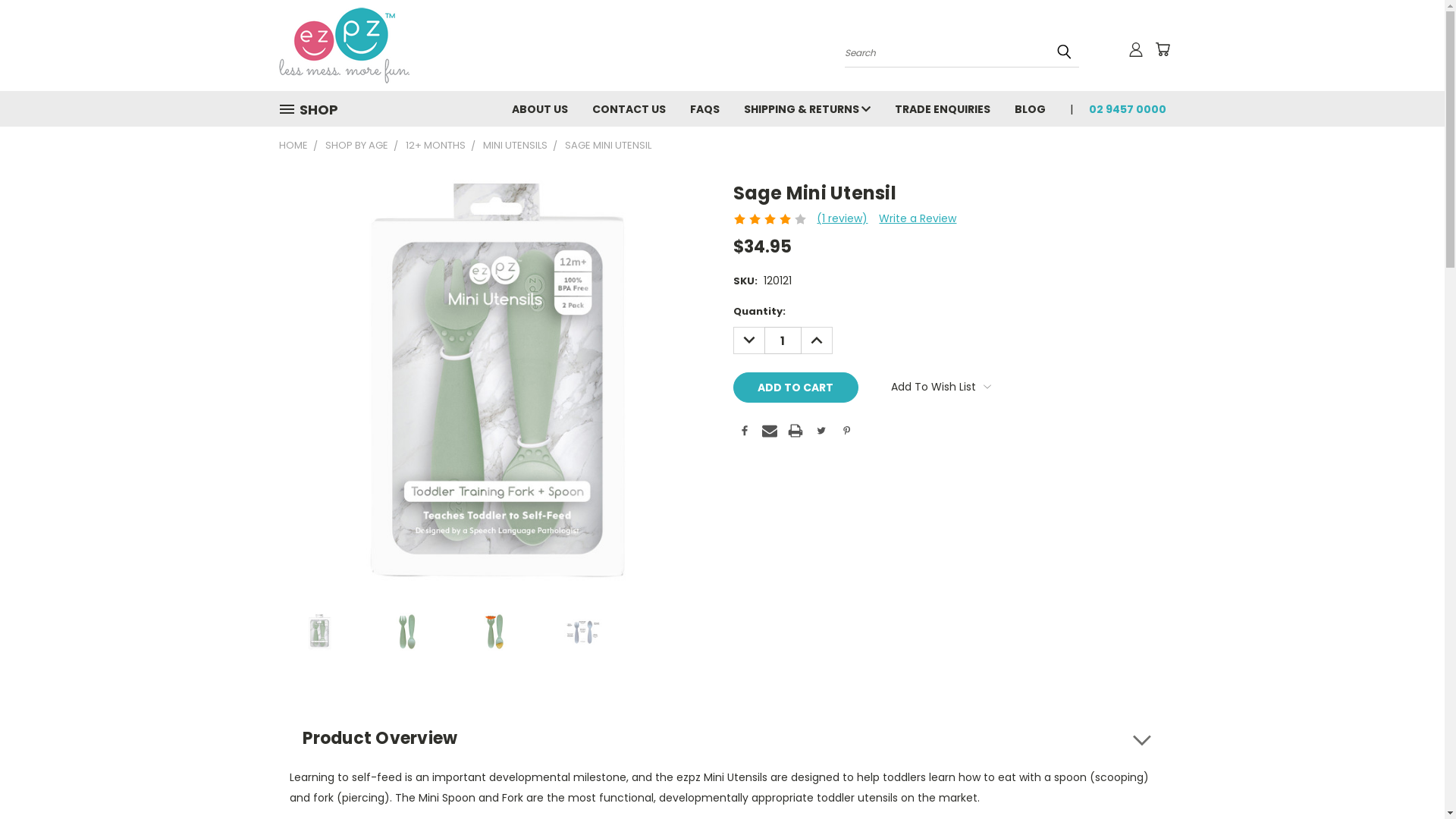 This screenshot has width=1456, height=819. Describe the element at coordinates (1062, 51) in the screenshot. I see `'submit'` at that location.